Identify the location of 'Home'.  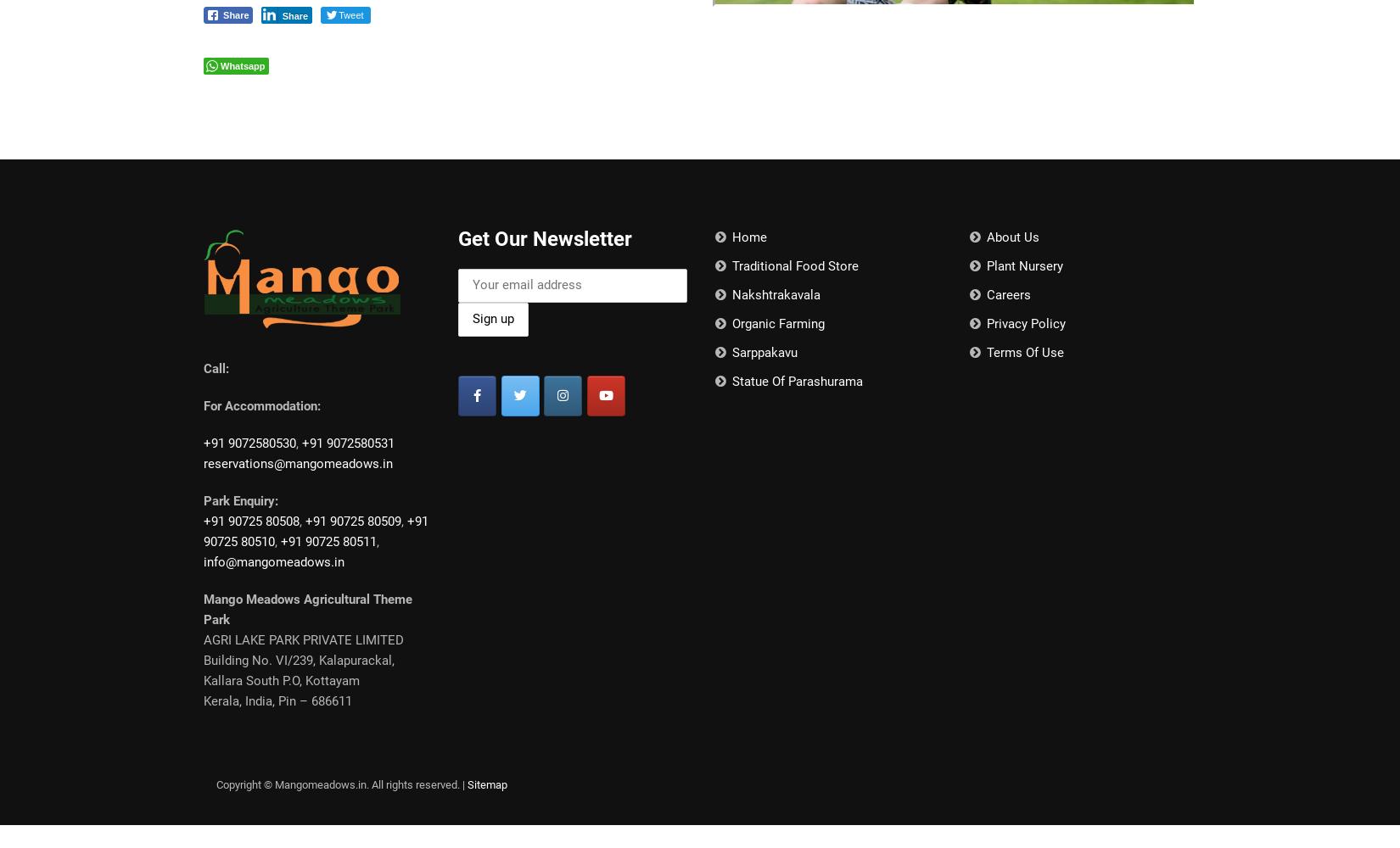
(748, 237).